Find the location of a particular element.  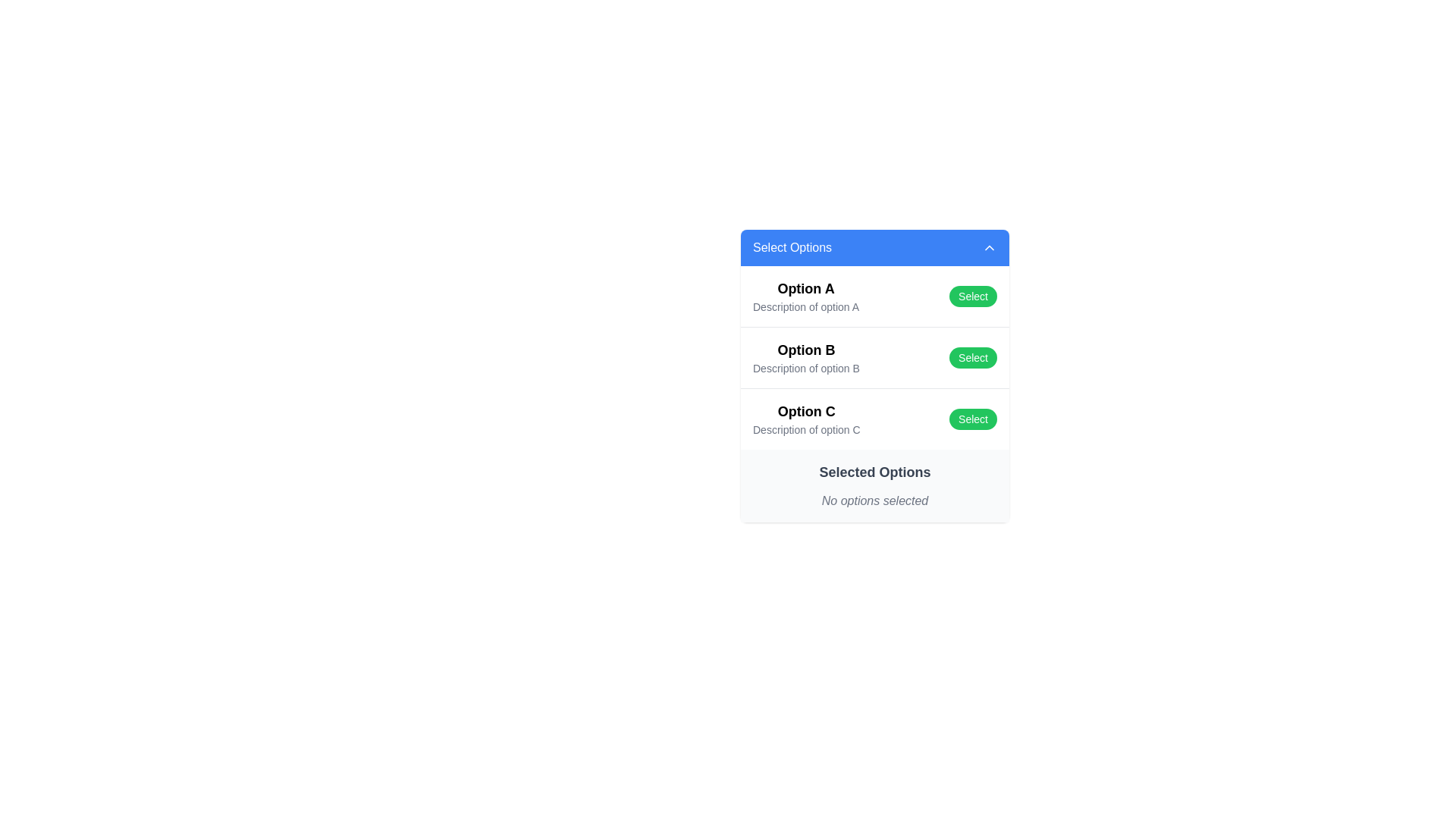

the menu toggle icon located in the header section of the blue area titled 'Select Options' is located at coordinates (990, 247).